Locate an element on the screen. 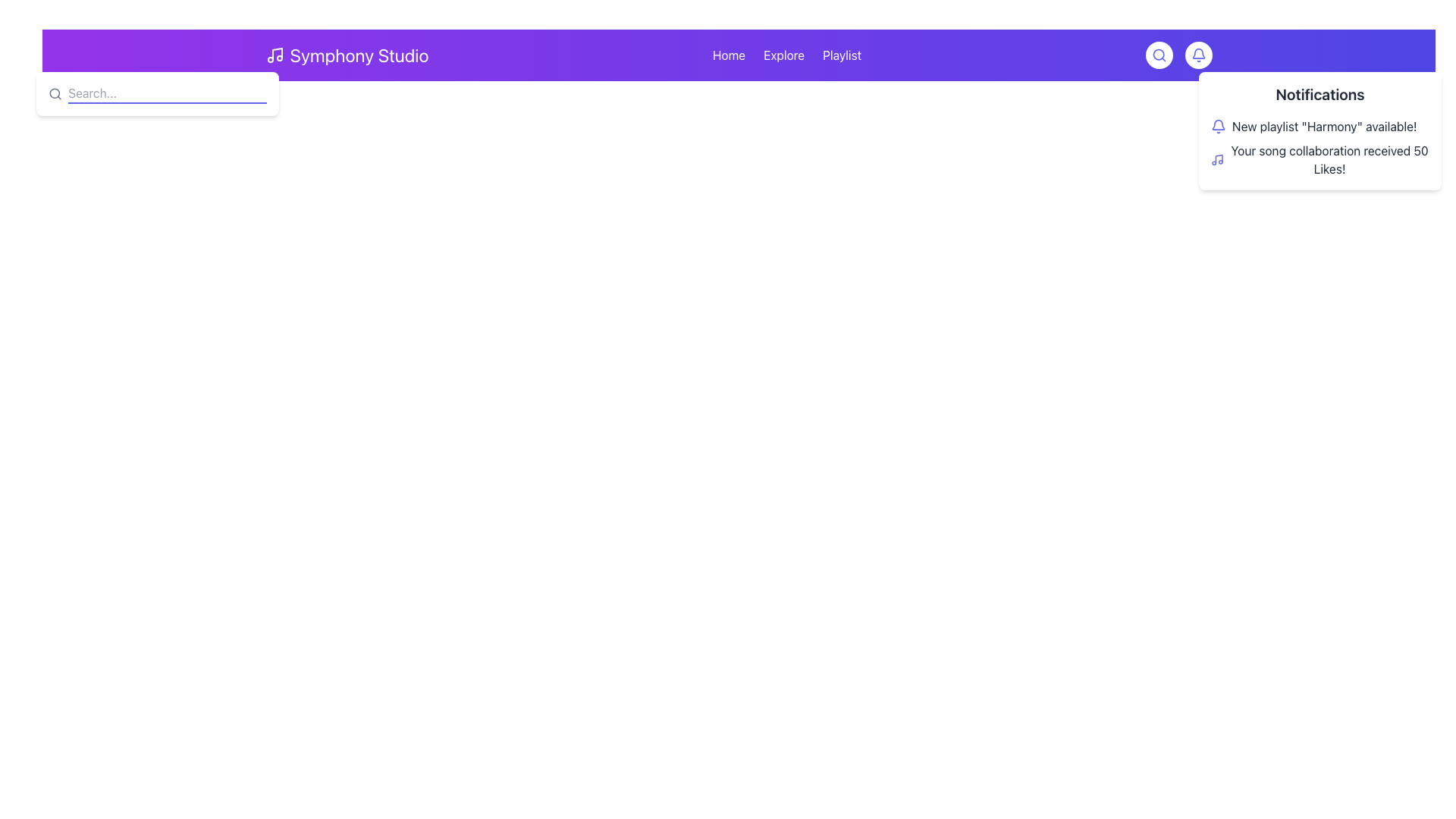 Image resolution: width=1456 pixels, height=819 pixels. the hyperlink located in the center of the top purple navigation bar, which directs users to the 'Explore' section is located at coordinates (784, 55).